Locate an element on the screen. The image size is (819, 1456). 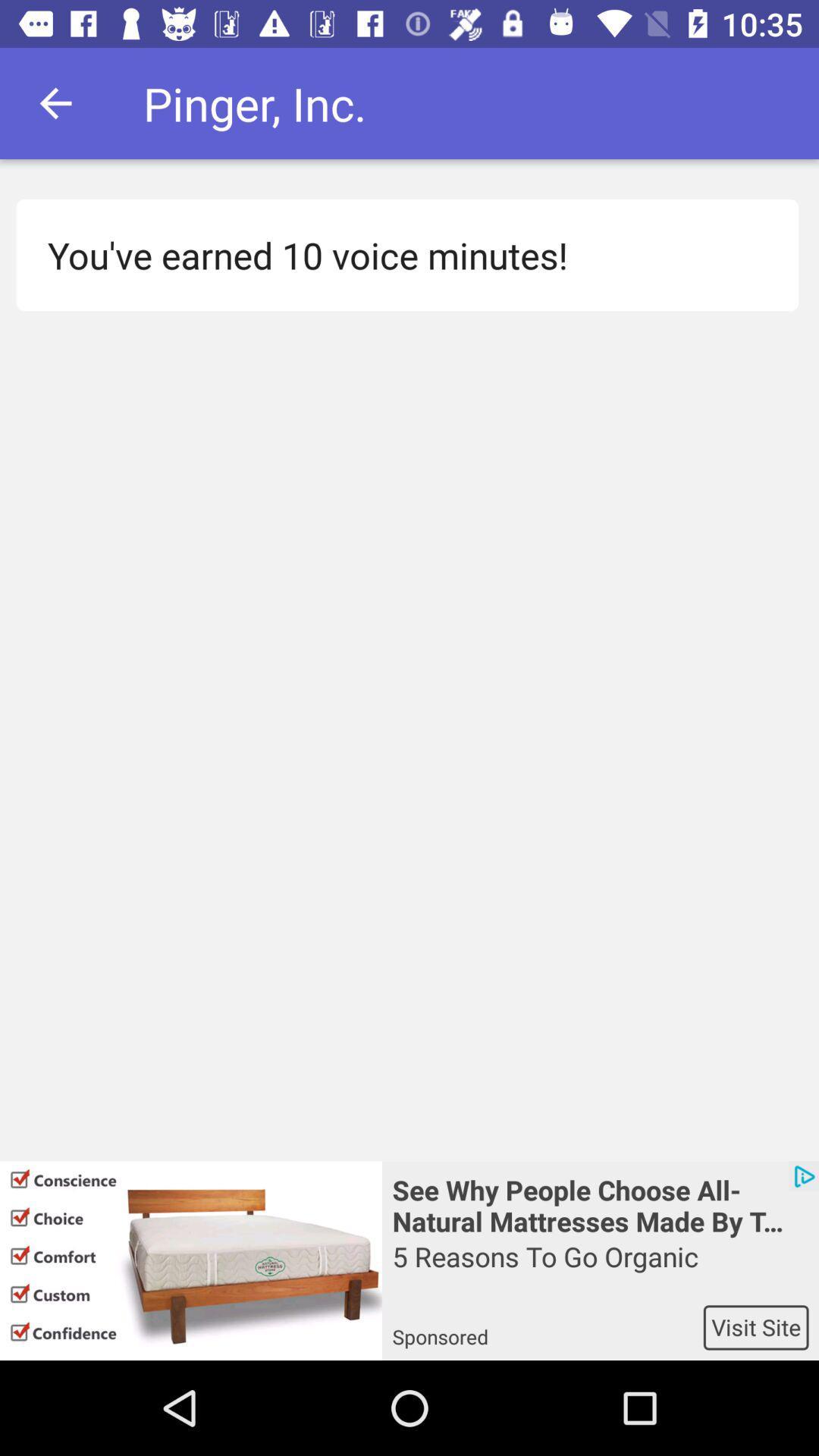
sponsored item is located at coordinates (548, 1326).